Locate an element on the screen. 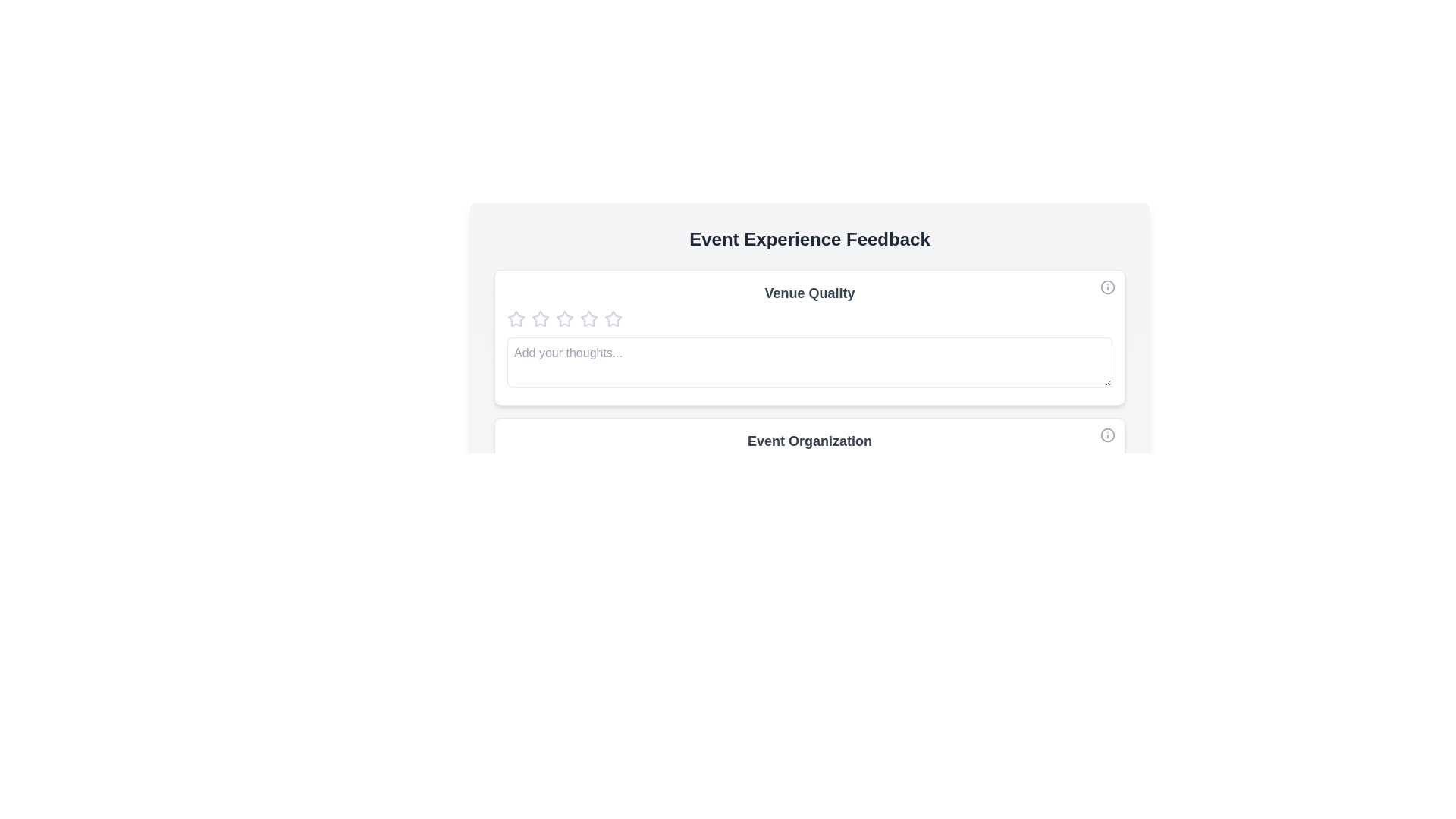 This screenshot has height=819, width=1456. the fifth rating star icon, which is part of a sequence of five stars under the 'Venue Quality' section is located at coordinates (613, 318).